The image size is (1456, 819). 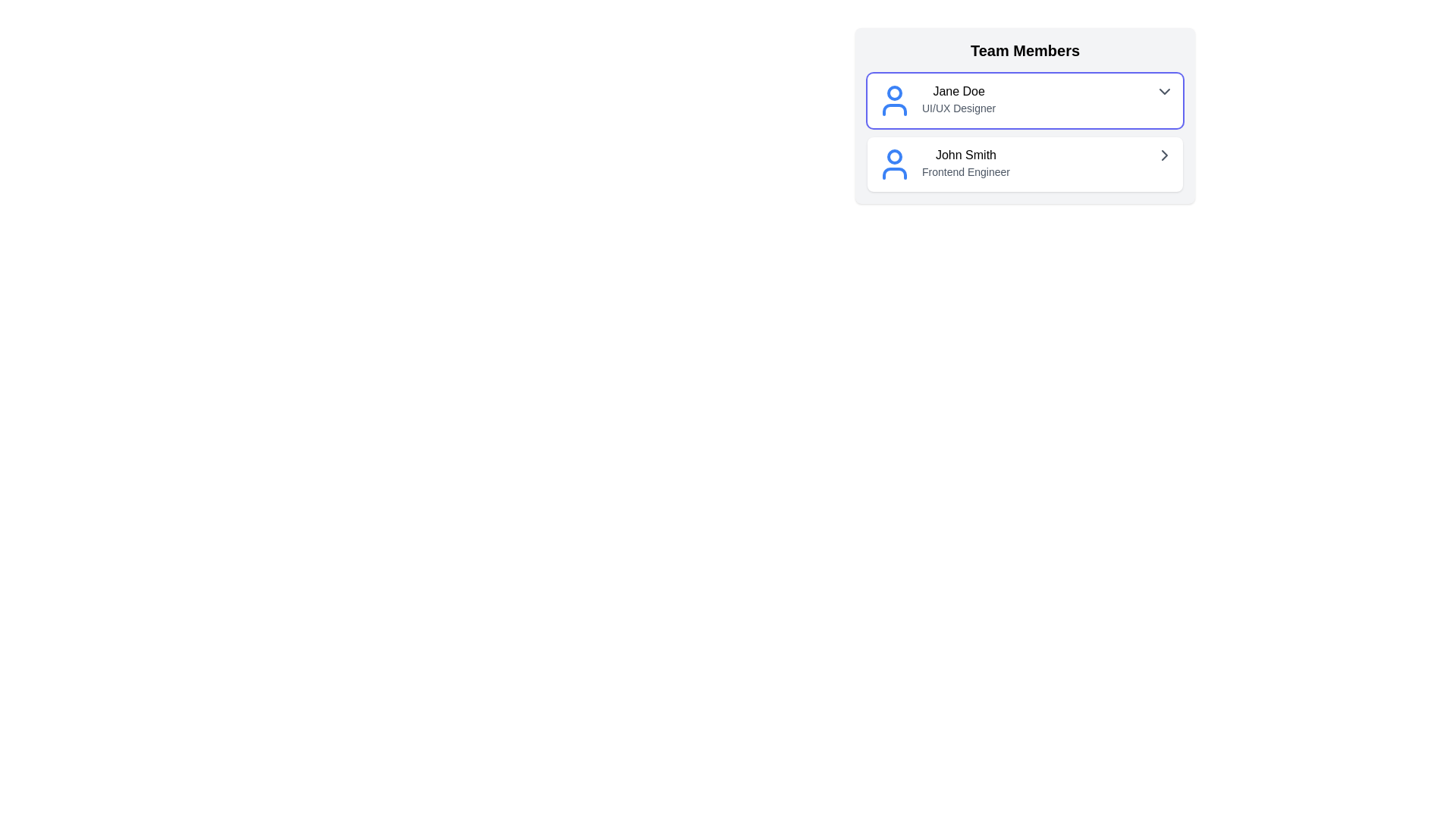 What do you see at coordinates (958, 91) in the screenshot?
I see `on the text label displaying the name of a team member, which is located at the top-left corner of a profile card in the 'Team Members' panel` at bounding box center [958, 91].